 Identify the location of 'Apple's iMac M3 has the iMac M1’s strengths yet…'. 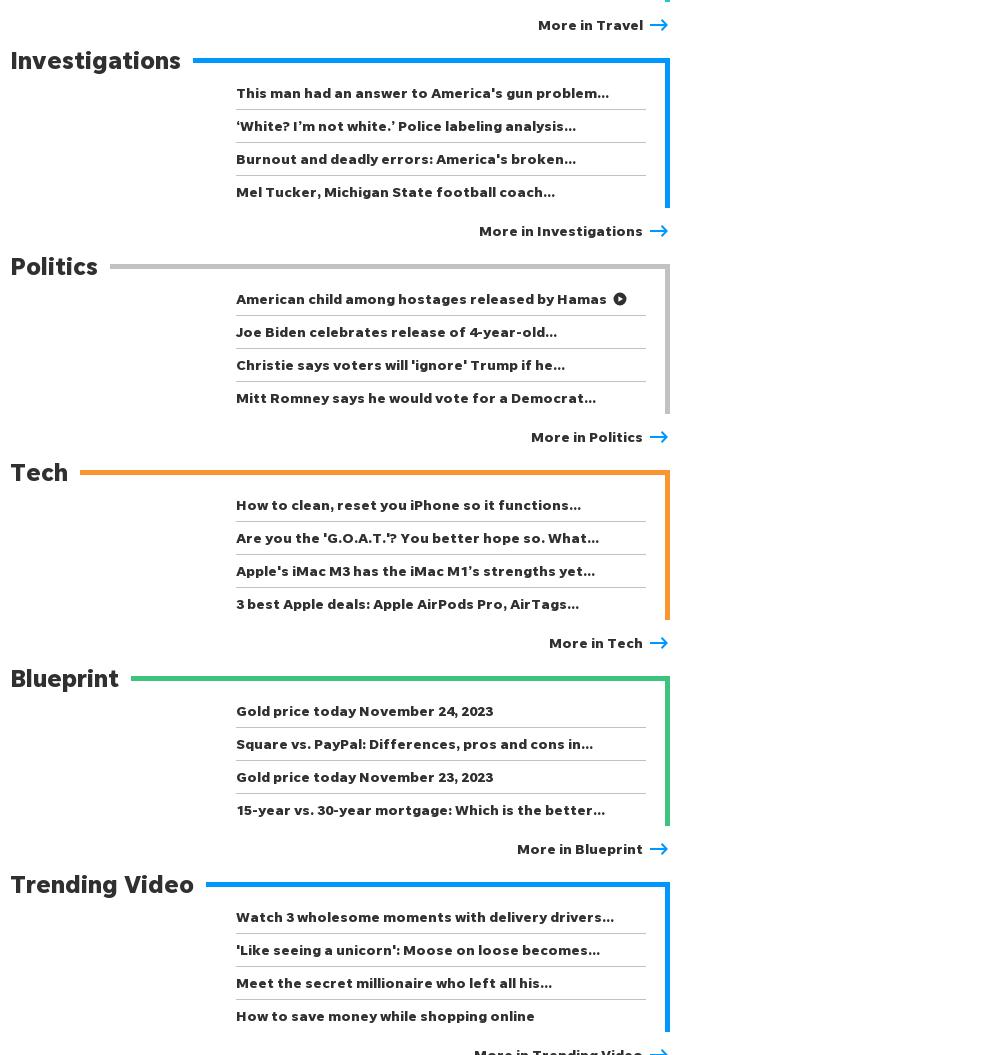
(415, 569).